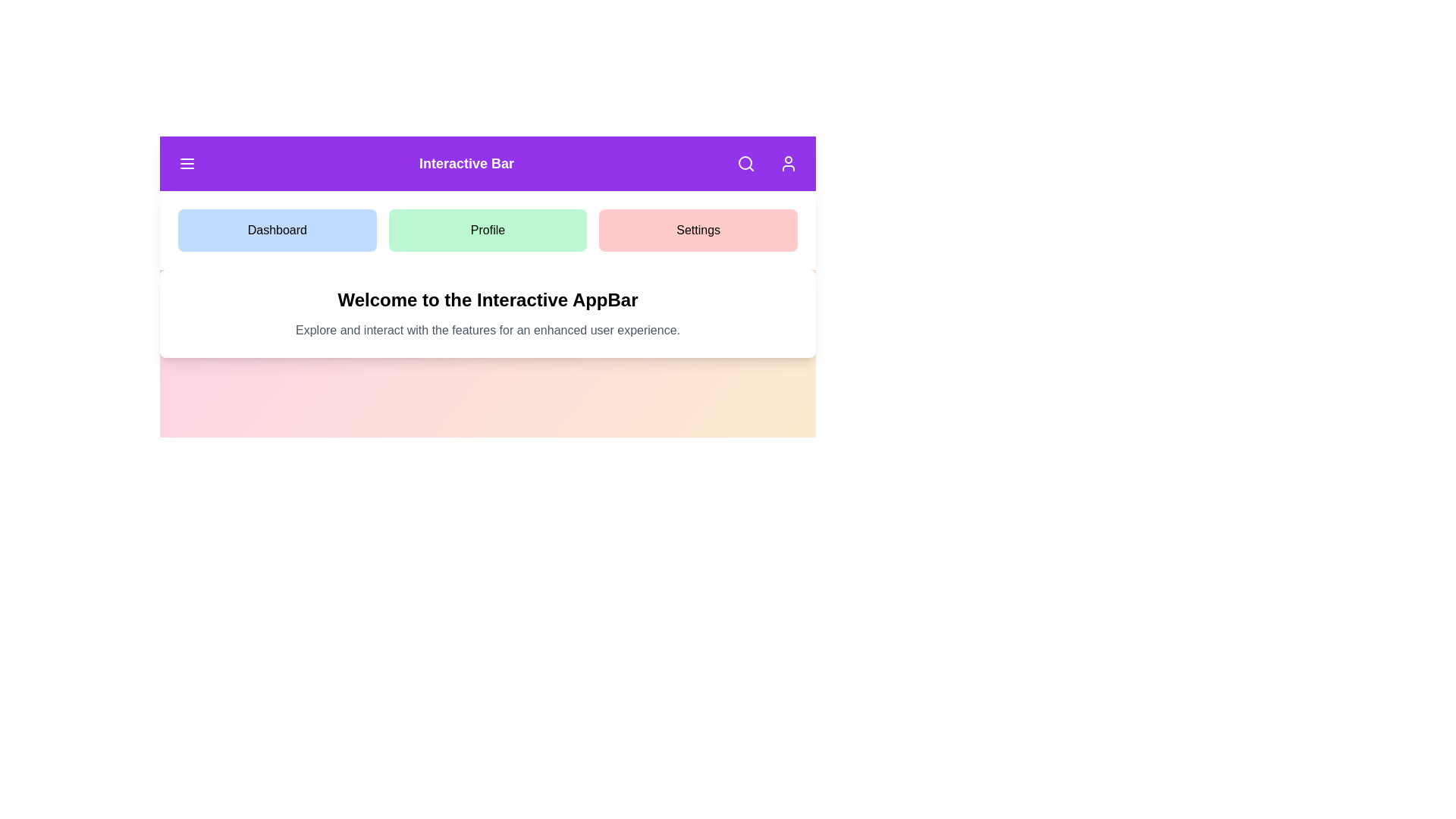  I want to click on the blue button labeled 'Dashboard' to navigate to the Dashboard section, so click(276, 231).